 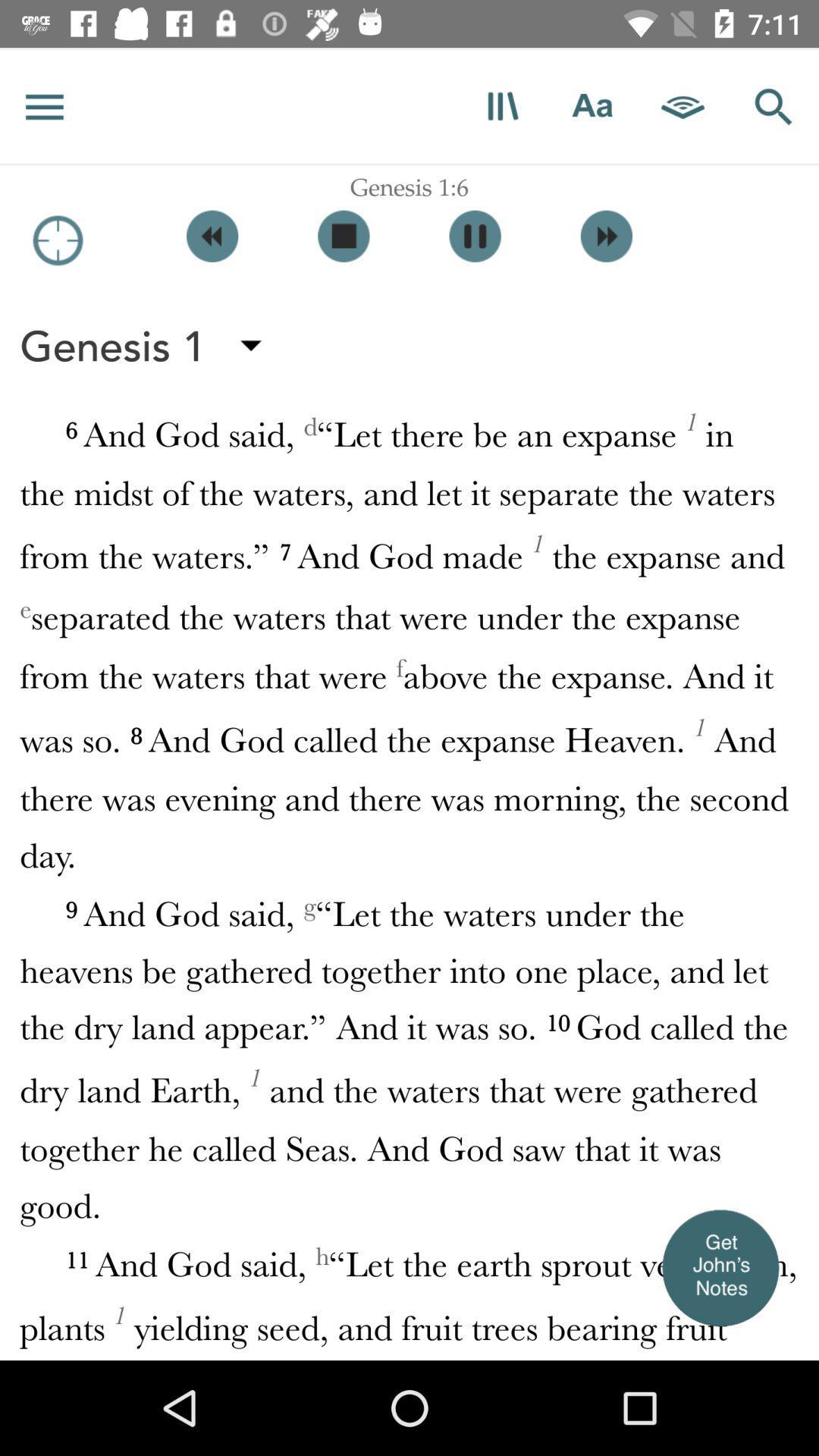 I want to click on options, so click(x=44, y=105).